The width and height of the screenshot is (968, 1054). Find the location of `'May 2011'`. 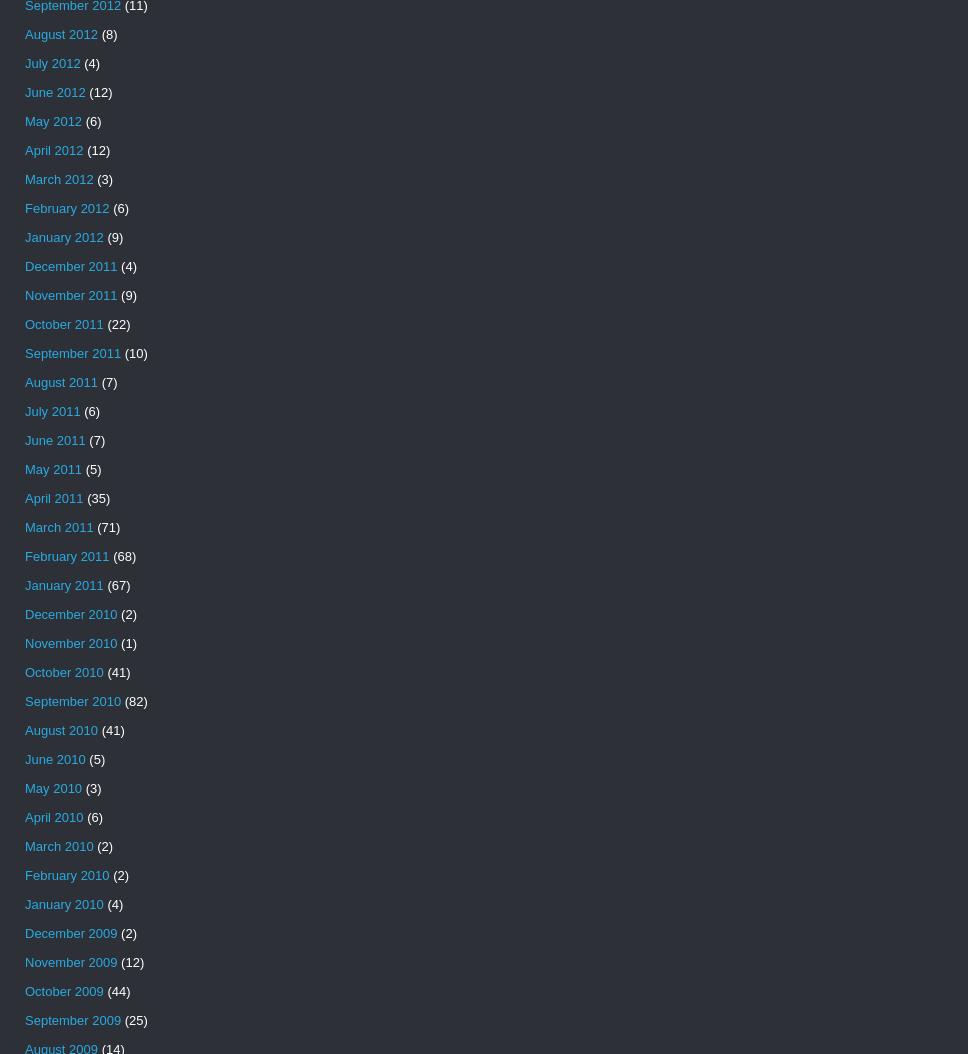

'May 2011' is located at coordinates (52, 469).